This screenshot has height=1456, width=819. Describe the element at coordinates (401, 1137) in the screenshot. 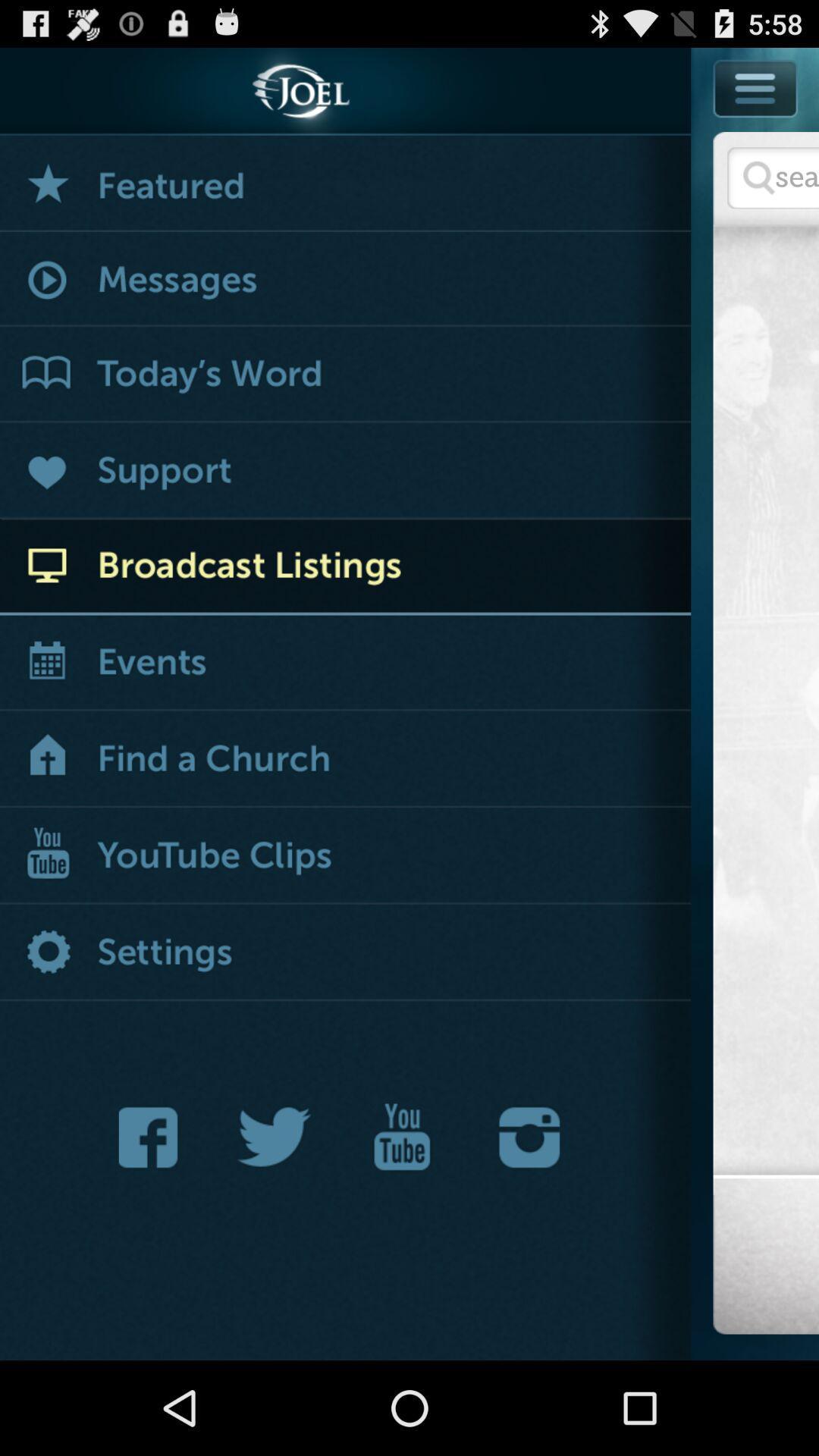

I see `youtube channel` at that location.